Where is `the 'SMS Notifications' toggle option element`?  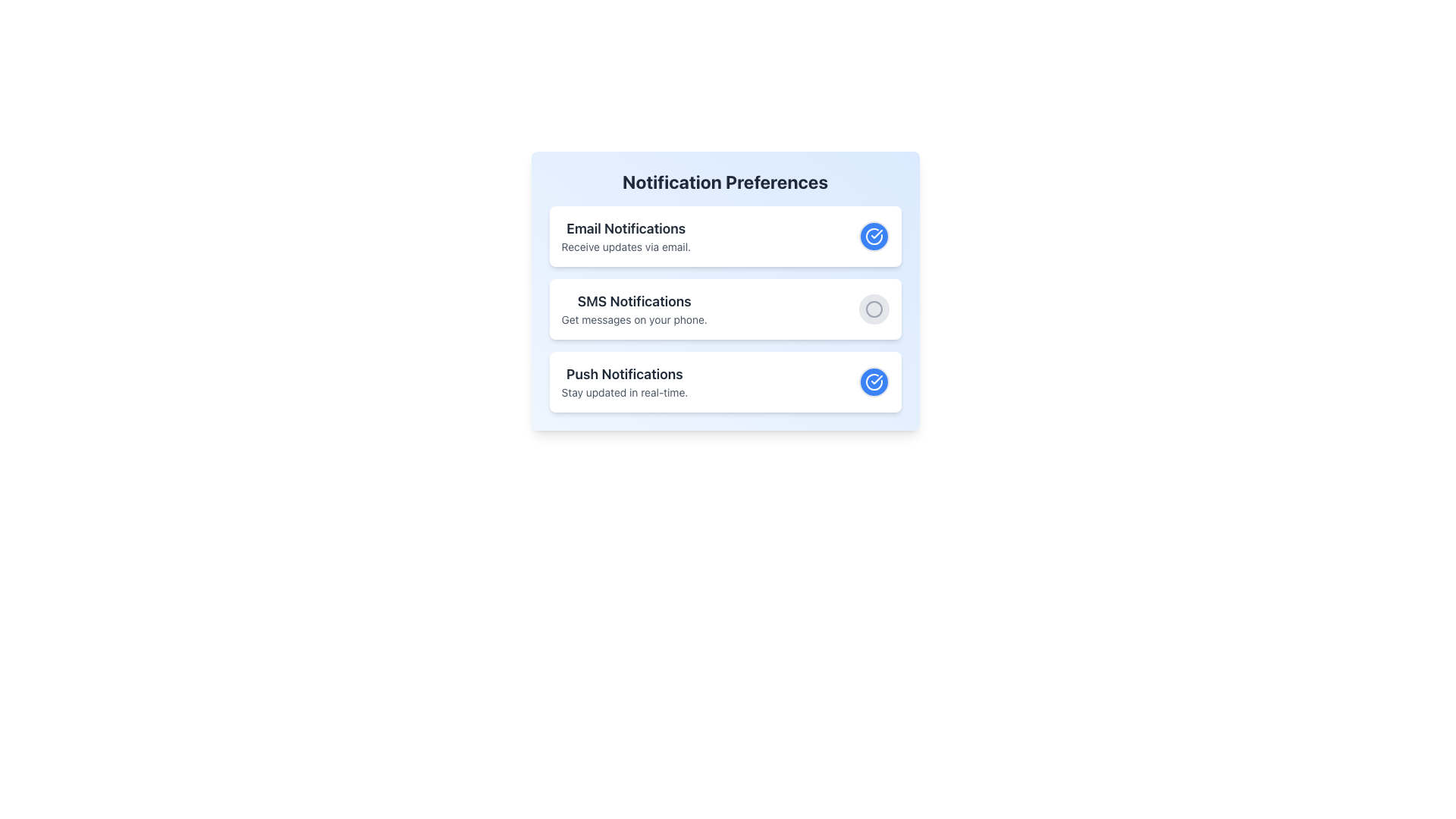 the 'SMS Notifications' toggle option element is located at coordinates (724, 309).